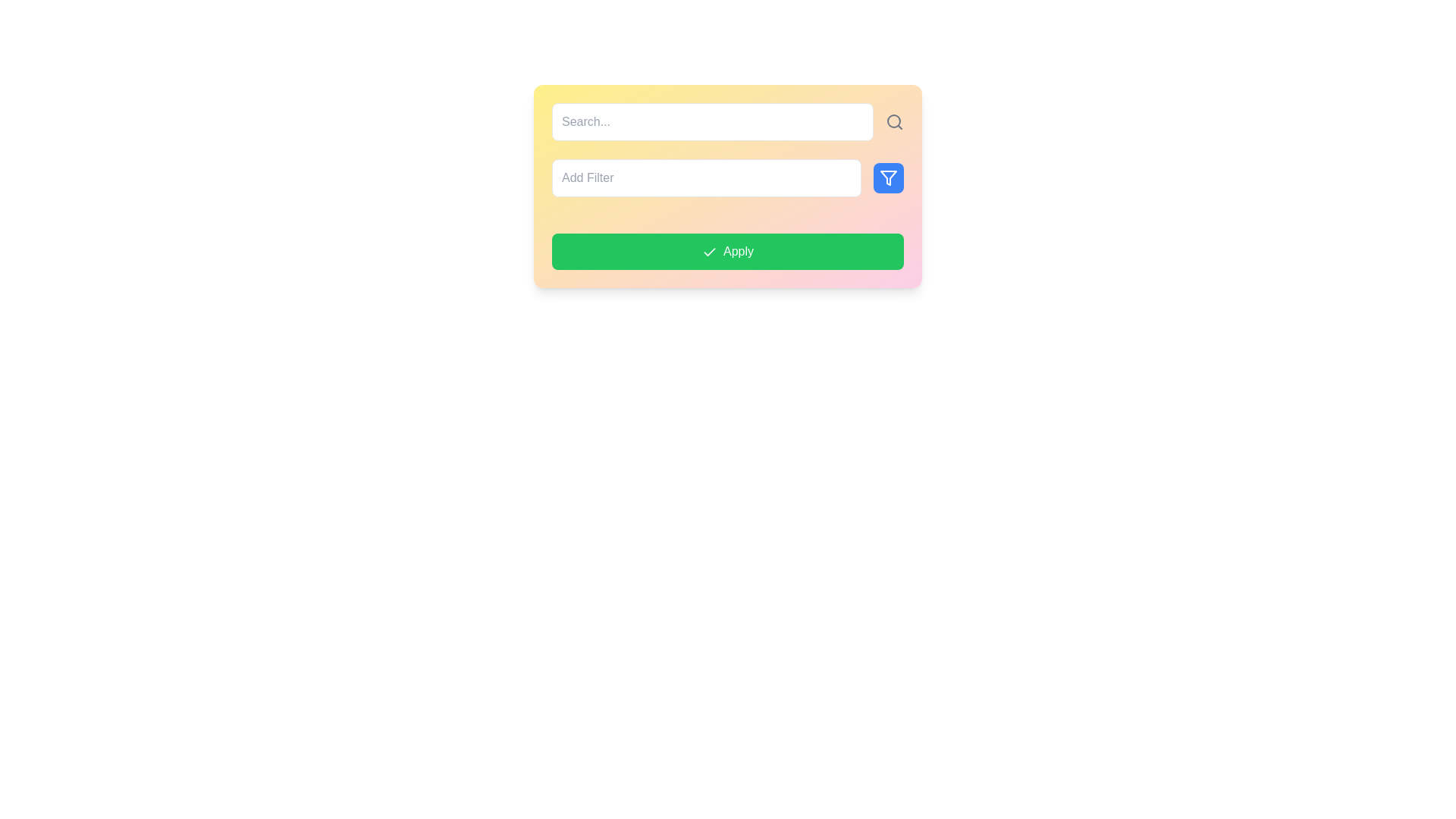 Image resolution: width=1456 pixels, height=819 pixels. Describe the element at coordinates (888, 177) in the screenshot. I see `the small blue button with a funnel icon, located to the far right of the 'Add Filter' input field, to observe its hover effect` at that location.